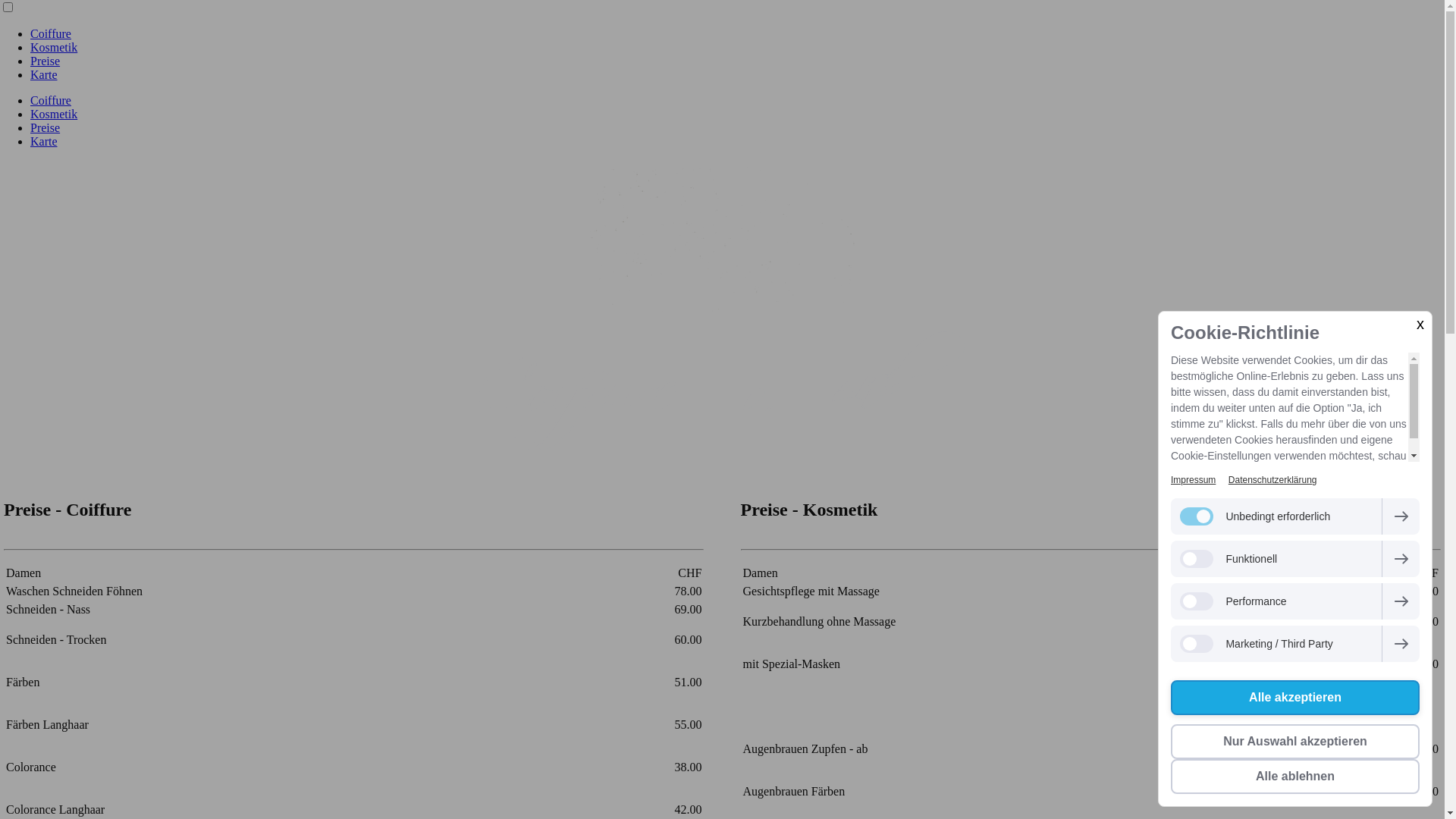 This screenshot has width=1456, height=819. What do you see at coordinates (54, 113) in the screenshot?
I see `'Kosmetik'` at bounding box center [54, 113].